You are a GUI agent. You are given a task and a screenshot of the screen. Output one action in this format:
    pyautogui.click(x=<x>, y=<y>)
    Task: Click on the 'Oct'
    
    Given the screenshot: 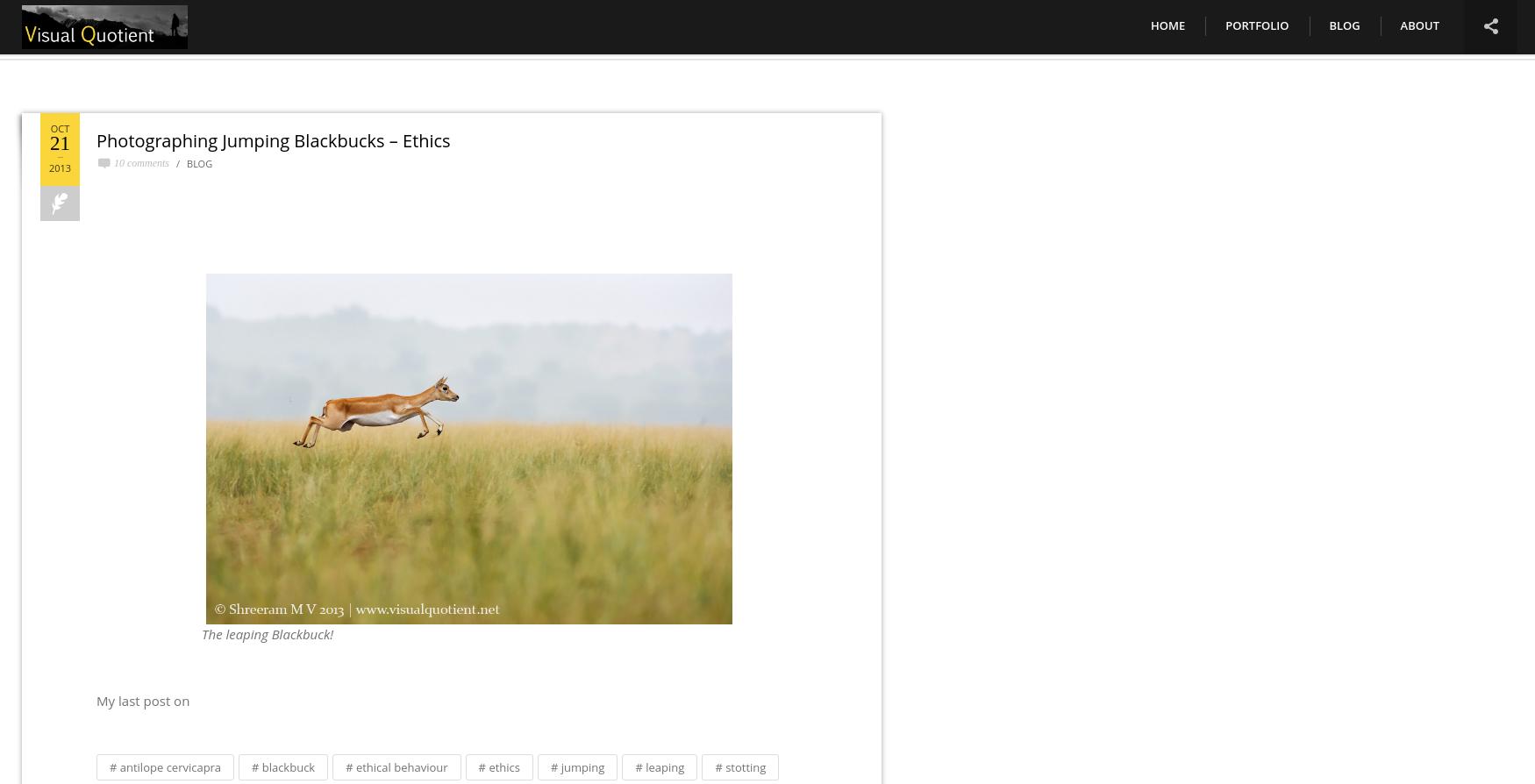 What is the action you would take?
    pyautogui.click(x=60, y=128)
    